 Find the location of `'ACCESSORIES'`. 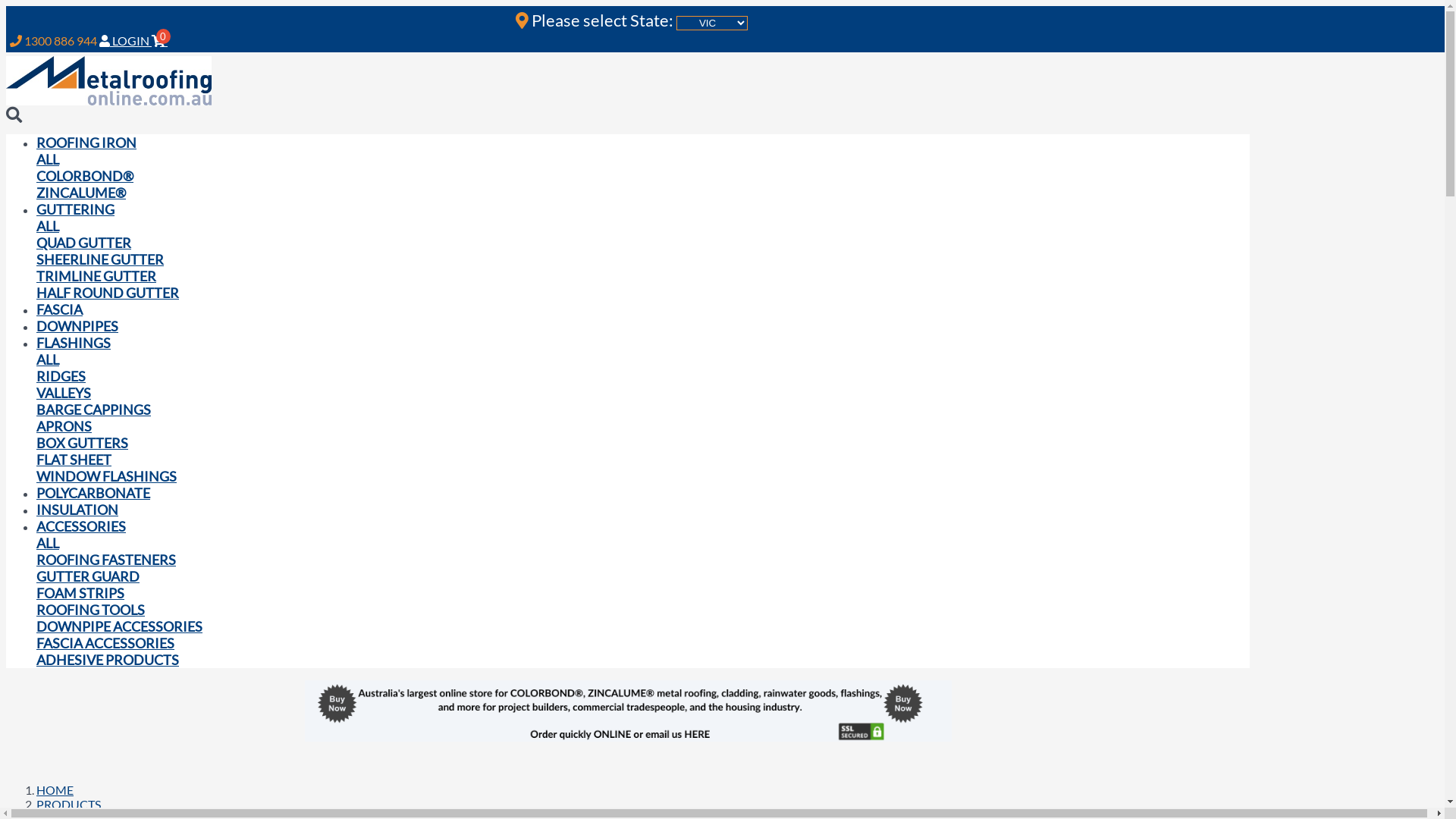

'ACCESSORIES' is located at coordinates (80, 526).